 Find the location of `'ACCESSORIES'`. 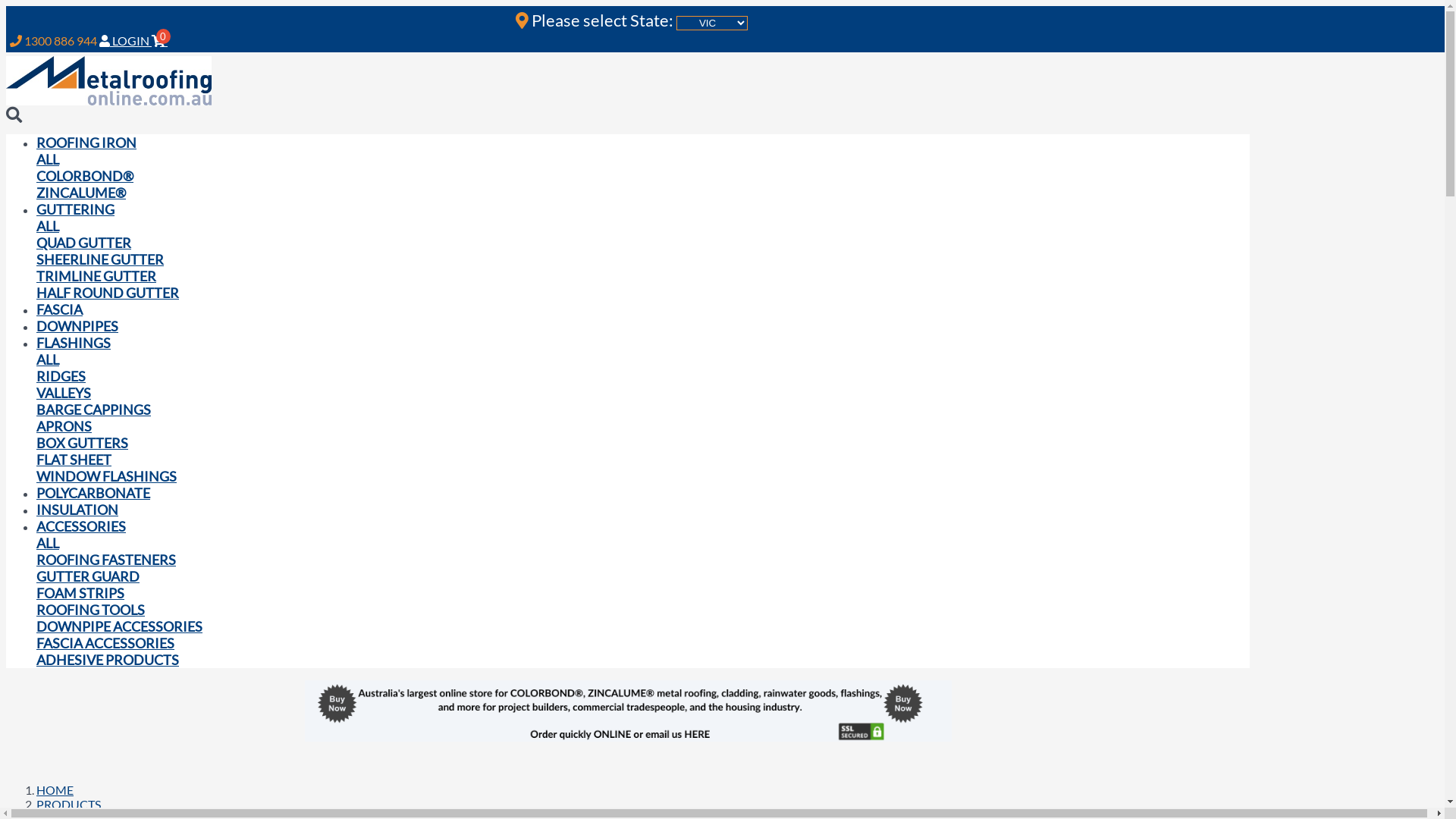

'ACCESSORIES' is located at coordinates (80, 526).